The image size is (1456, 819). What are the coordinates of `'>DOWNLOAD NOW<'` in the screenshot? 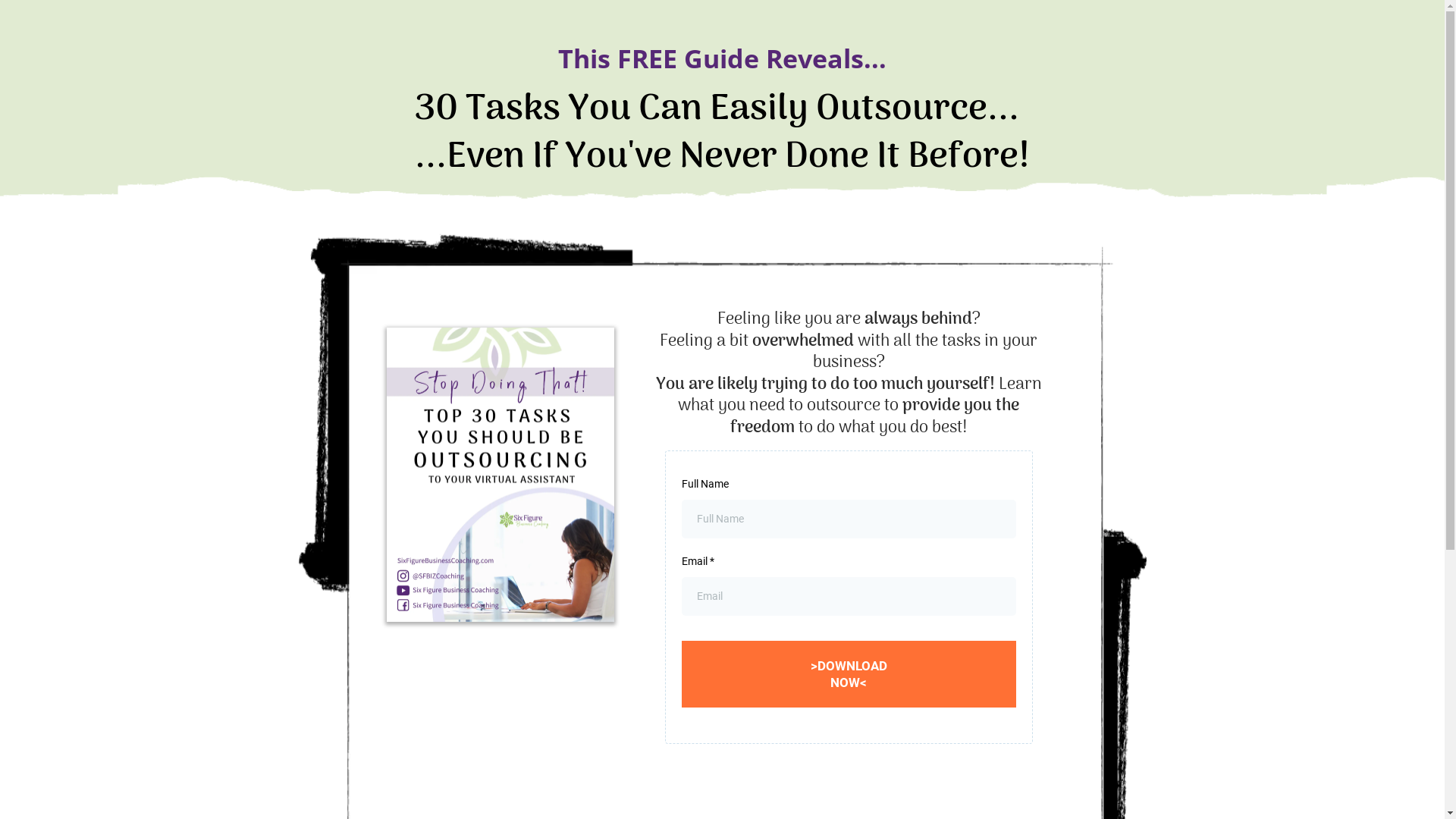 It's located at (848, 673).